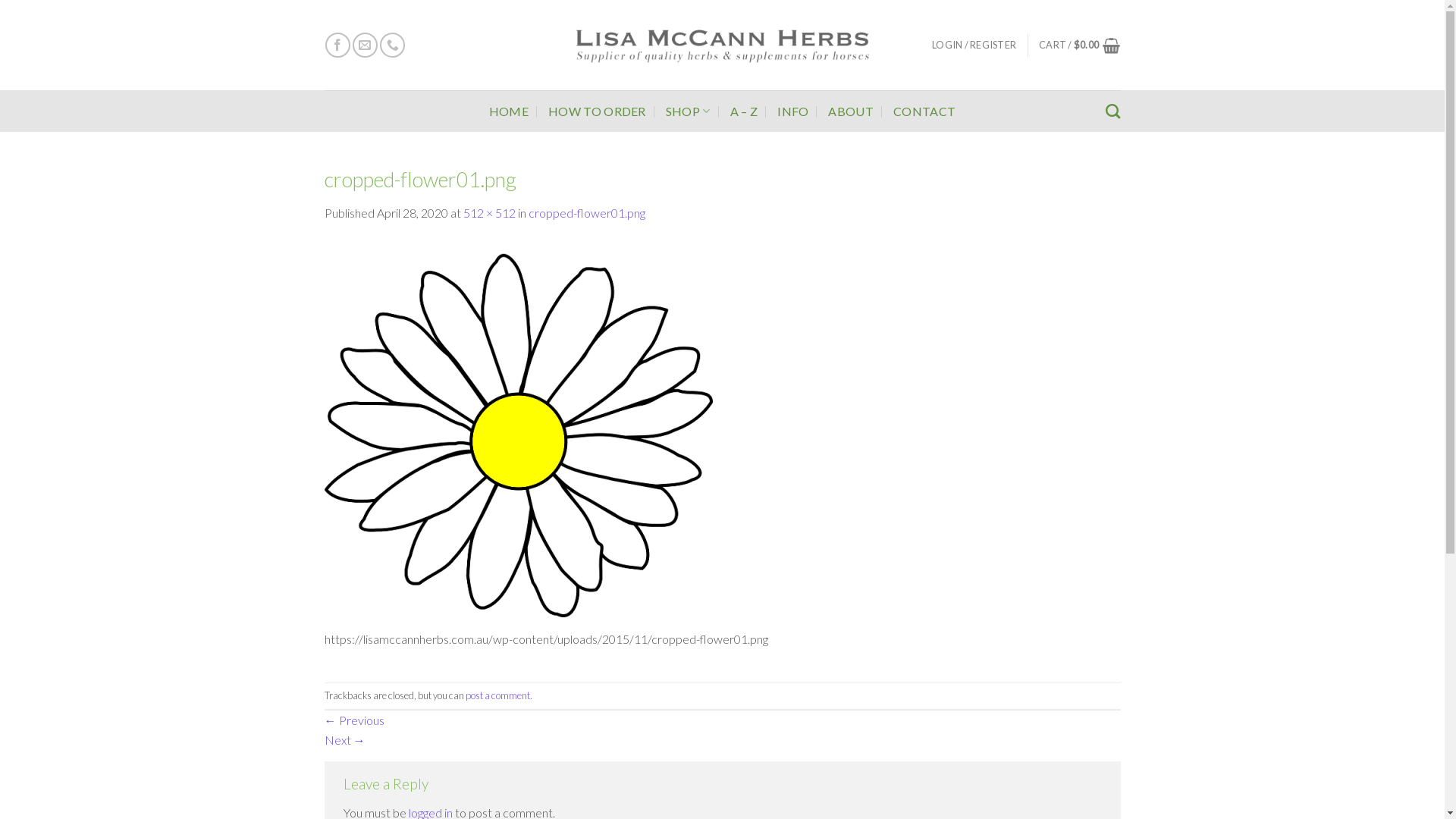 The image size is (1456, 819). Describe the element at coordinates (519, 433) in the screenshot. I see `'cropped-flower01.png'` at that location.